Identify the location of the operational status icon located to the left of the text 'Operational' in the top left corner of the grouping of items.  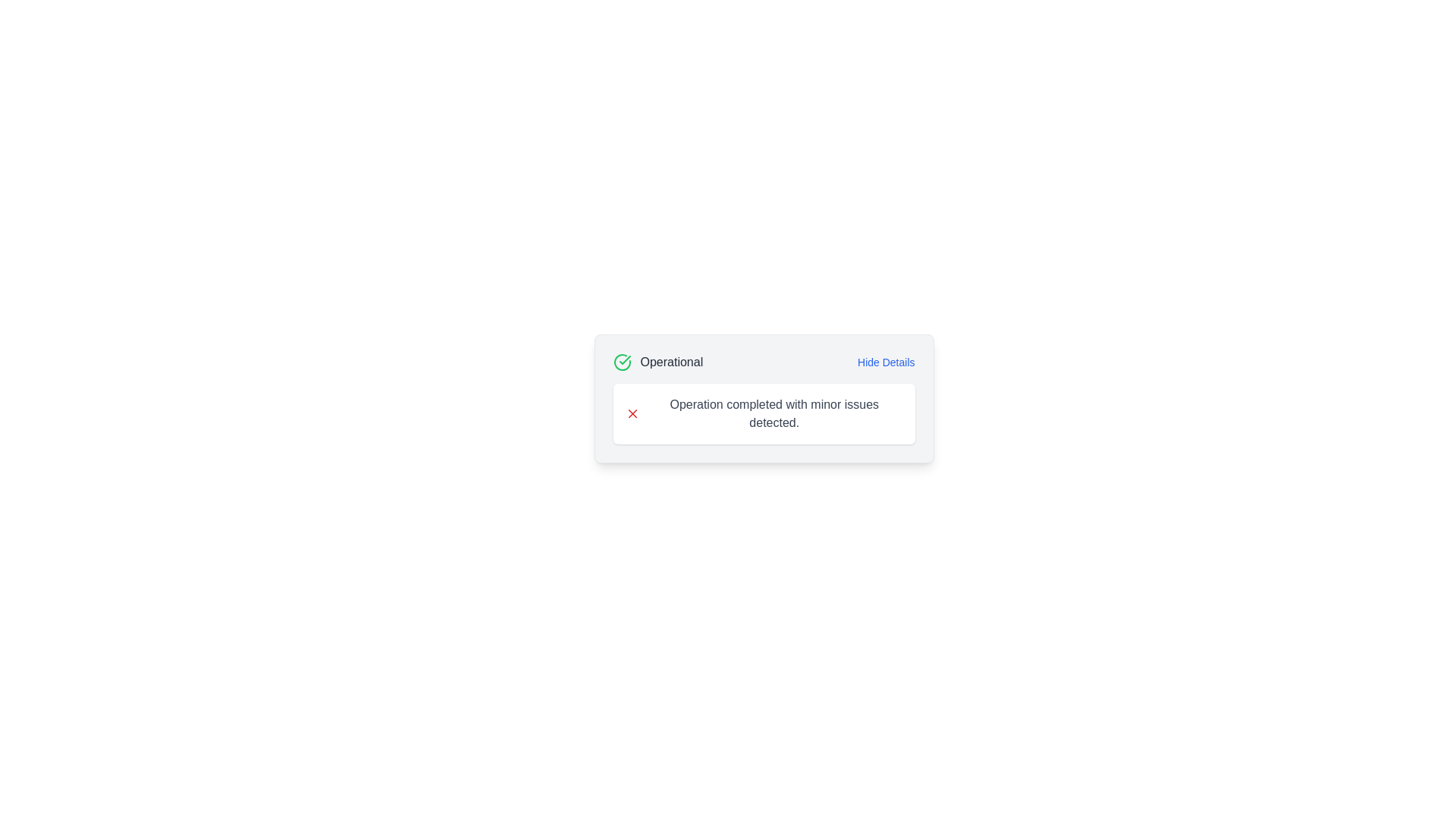
(622, 362).